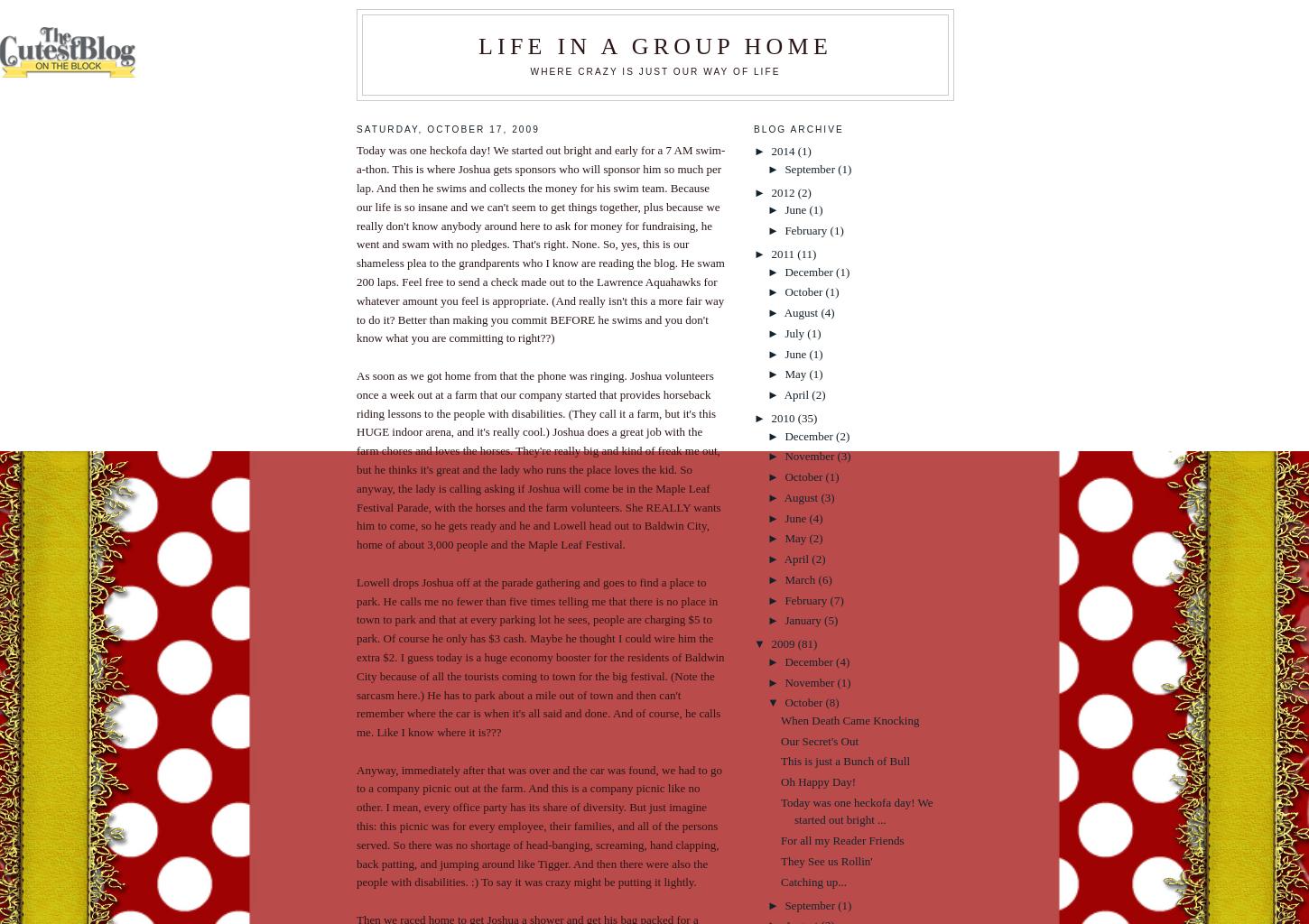  Describe the element at coordinates (797, 127) in the screenshot. I see `'Blog Archive'` at that location.